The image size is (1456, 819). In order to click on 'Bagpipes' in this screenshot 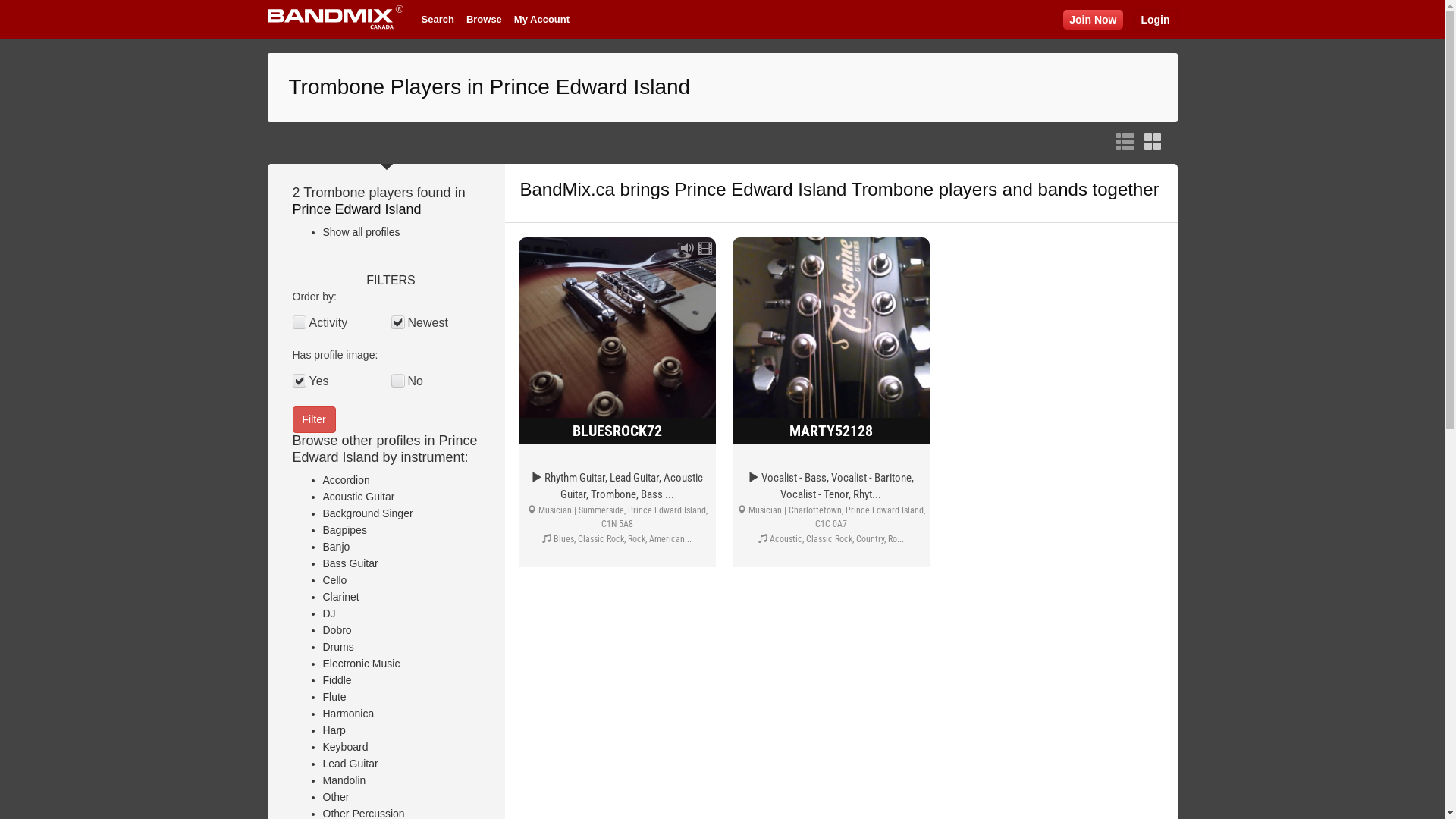, I will do `click(344, 529)`.